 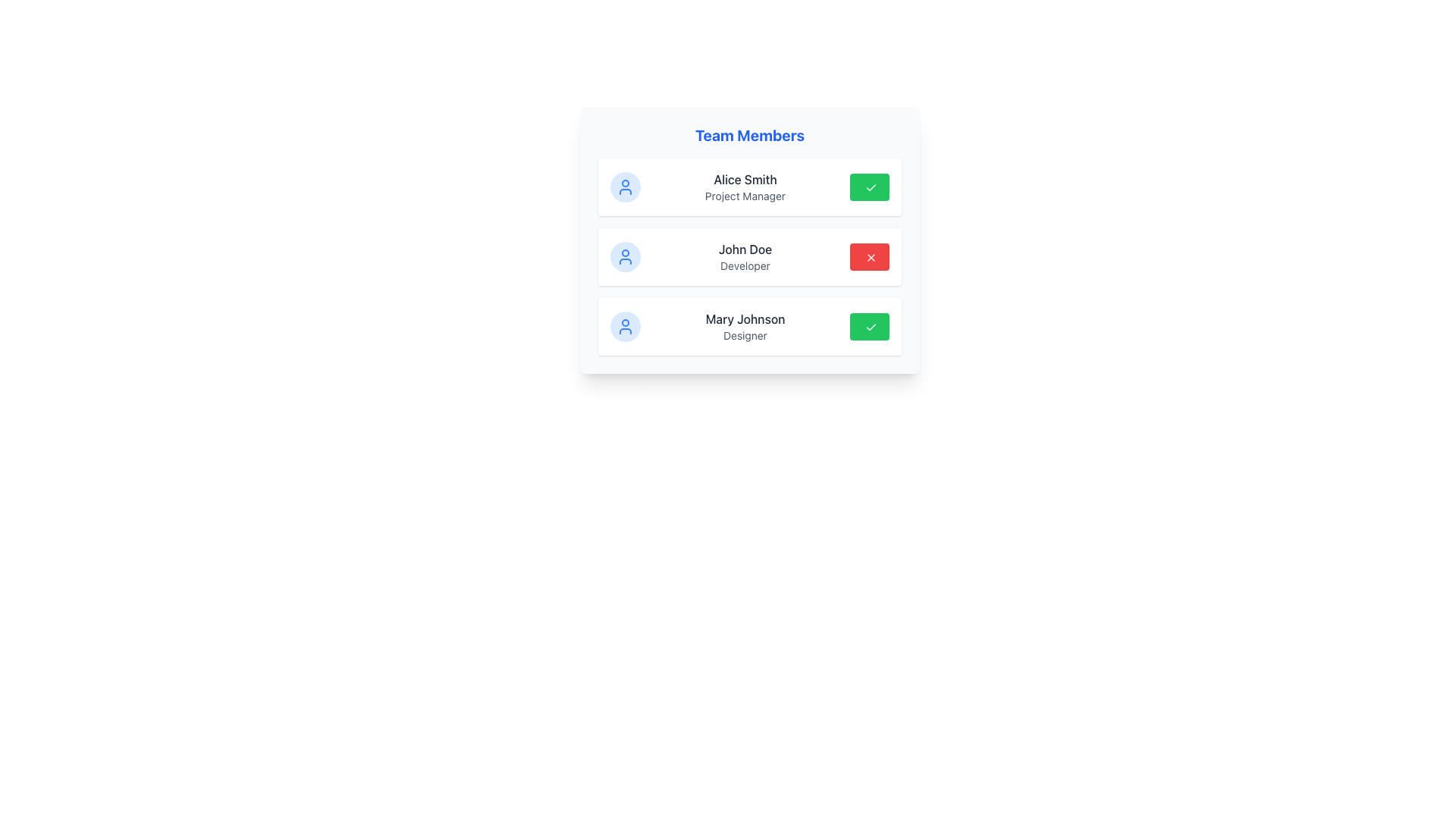 What do you see at coordinates (870, 326) in the screenshot?
I see `the green button with a white checkmark icon located on the far right side of the 'Mary Johnson Designer' panel to confirm or approve` at bounding box center [870, 326].